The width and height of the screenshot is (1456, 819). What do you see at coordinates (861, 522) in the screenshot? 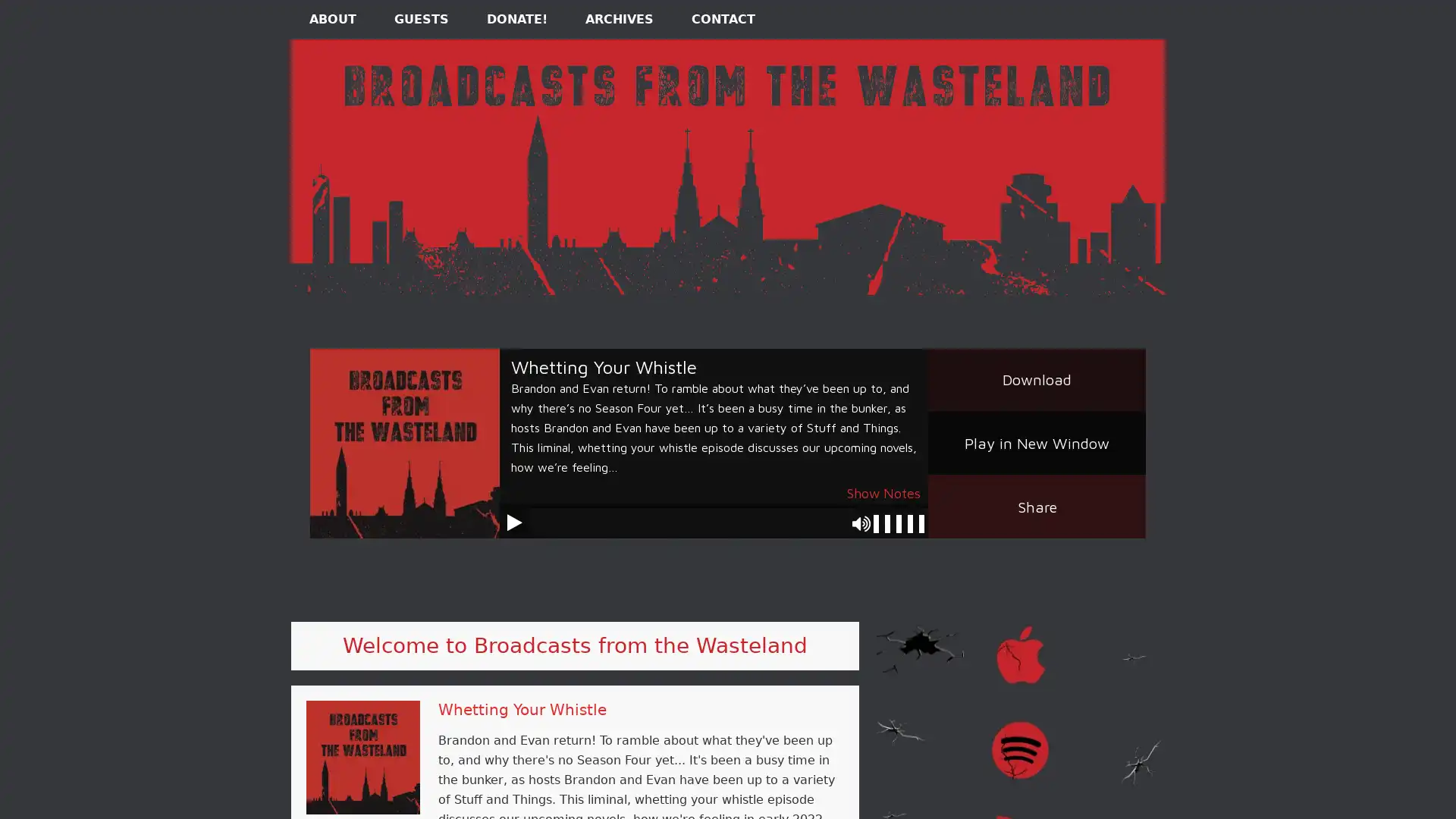
I see `Mute` at bounding box center [861, 522].